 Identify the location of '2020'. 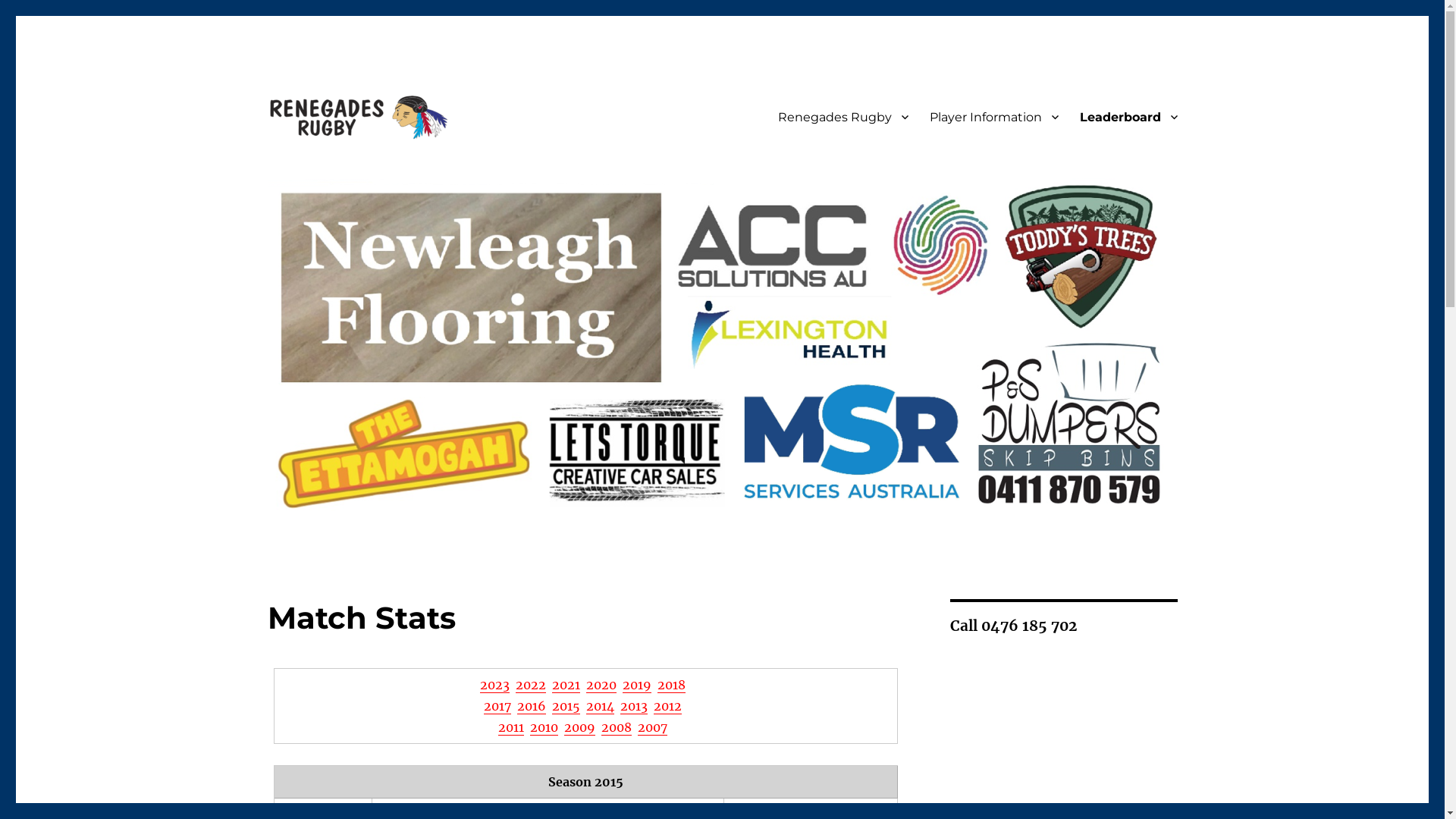
(600, 684).